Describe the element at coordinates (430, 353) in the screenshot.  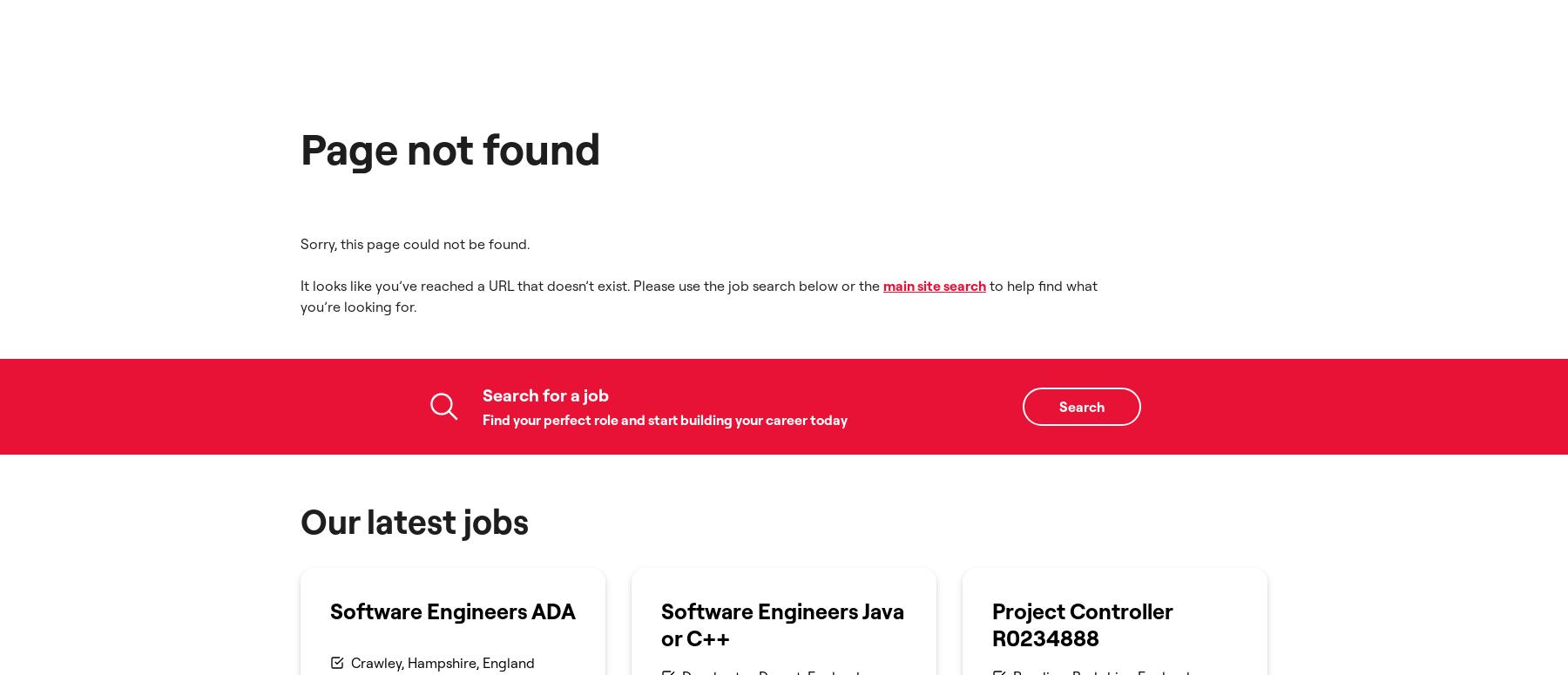
I see `'£66,192 - 73,546 per year'` at that location.